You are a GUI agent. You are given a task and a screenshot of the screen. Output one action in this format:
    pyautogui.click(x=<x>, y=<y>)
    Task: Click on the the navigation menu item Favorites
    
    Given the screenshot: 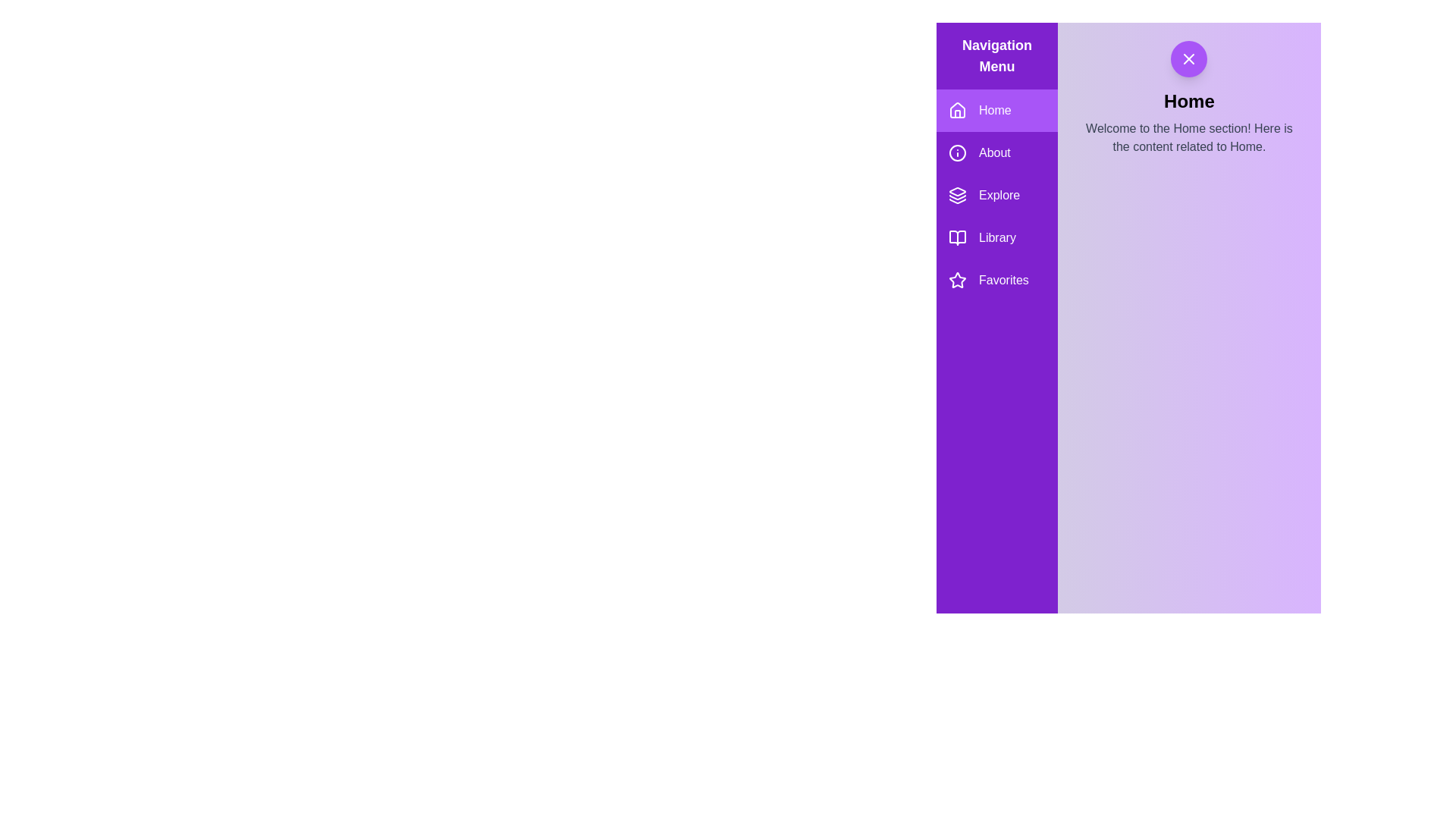 What is the action you would take?
    pyautogui.click(x=997, y=281)
    